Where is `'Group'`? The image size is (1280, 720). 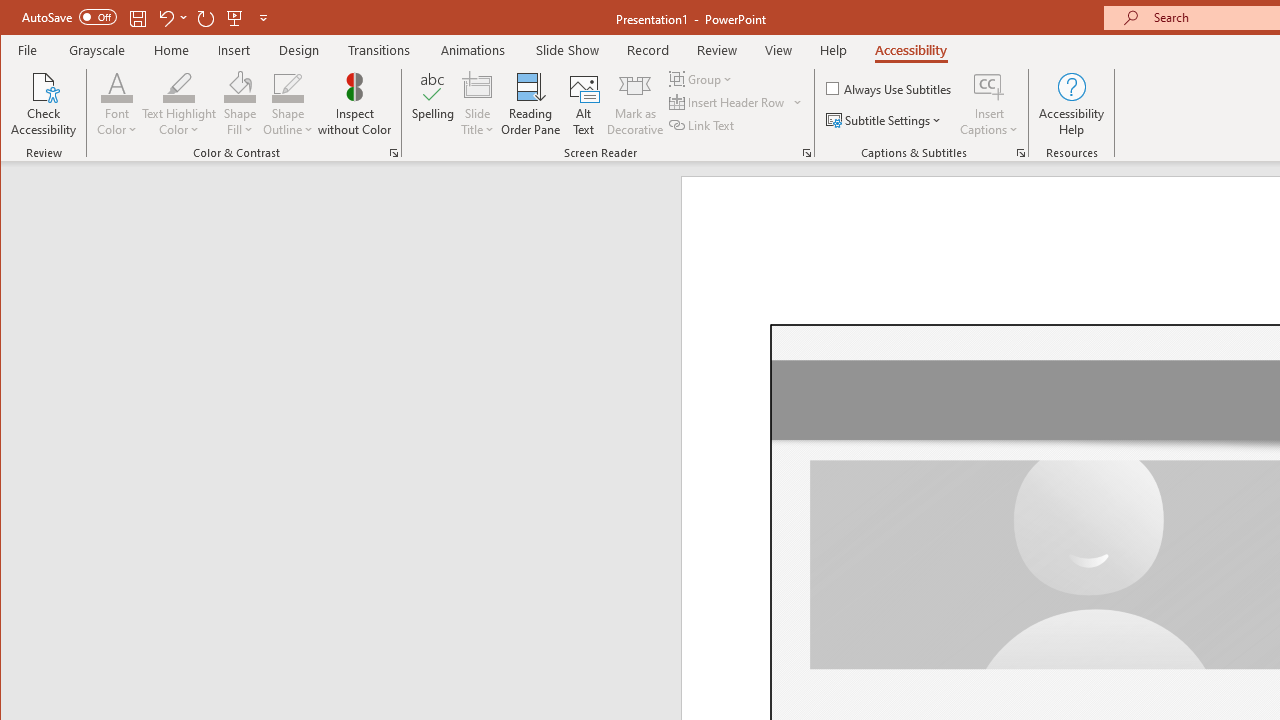
'Group' is located at coordinates (702, 78).